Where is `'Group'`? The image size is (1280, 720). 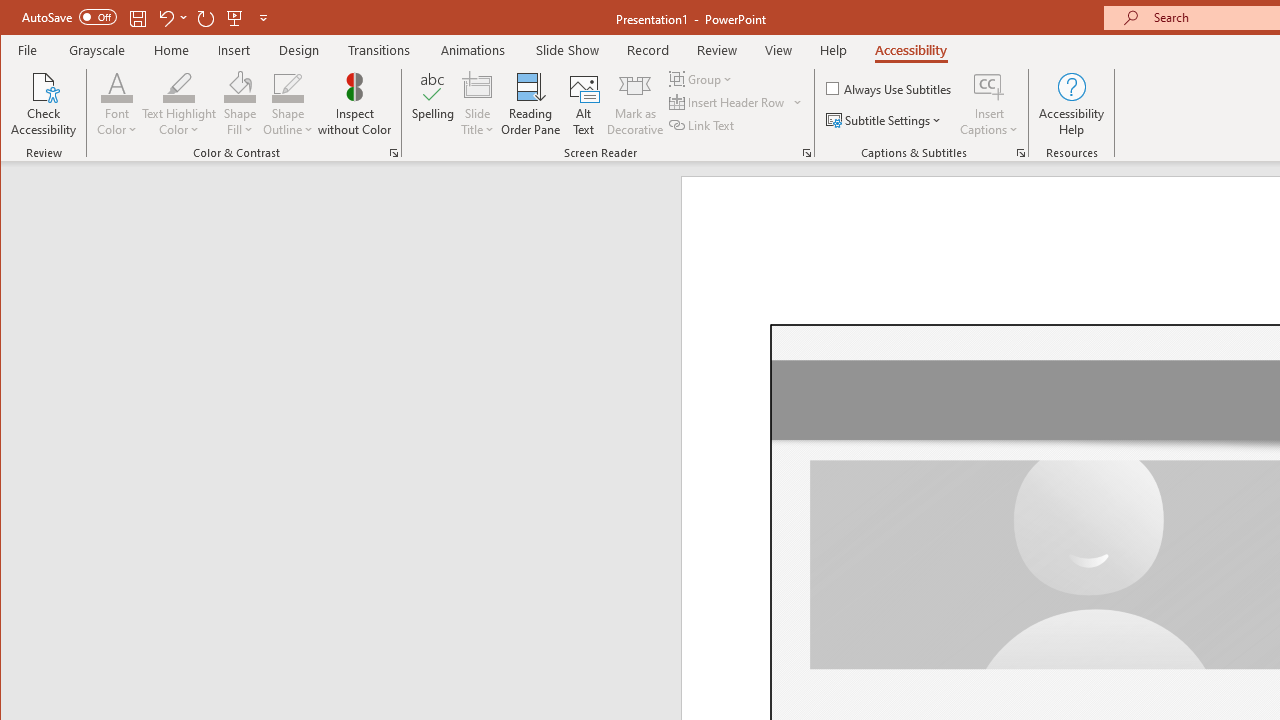
'Group' is located at coordinates (702, 78).